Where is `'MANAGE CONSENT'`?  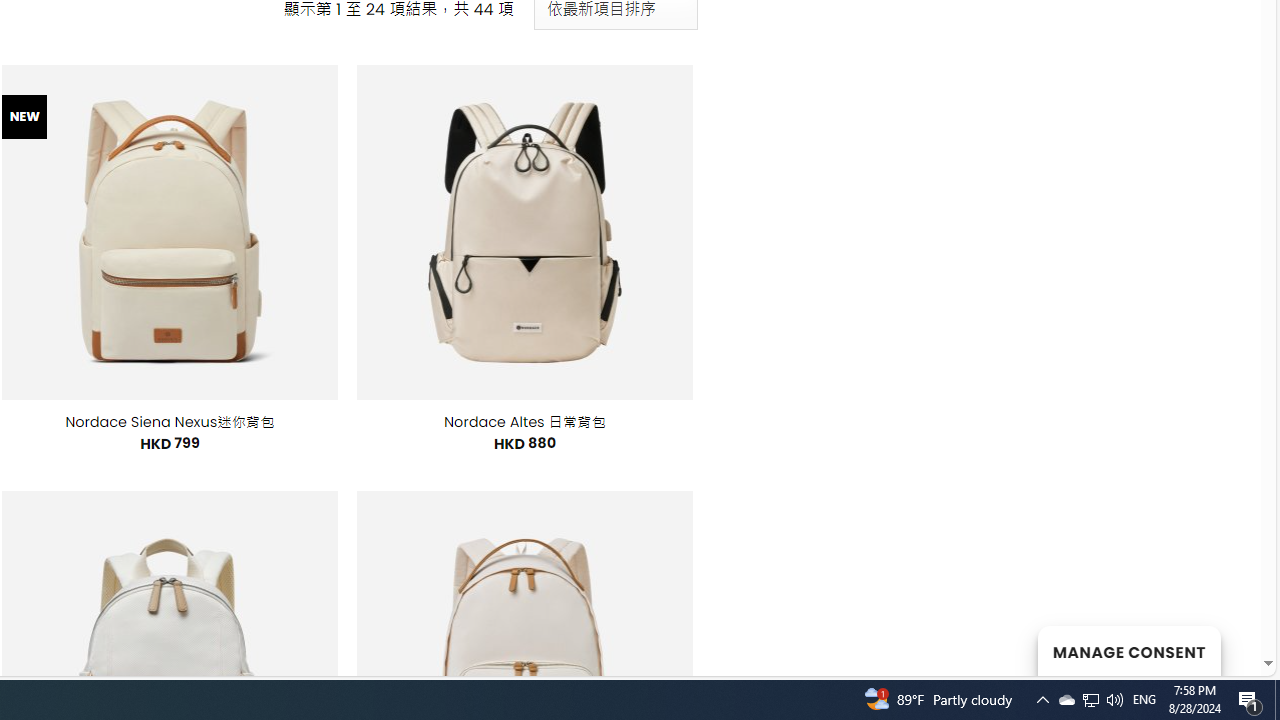 'MANAGE CONSENT' is located at coordinates (1128, 650).